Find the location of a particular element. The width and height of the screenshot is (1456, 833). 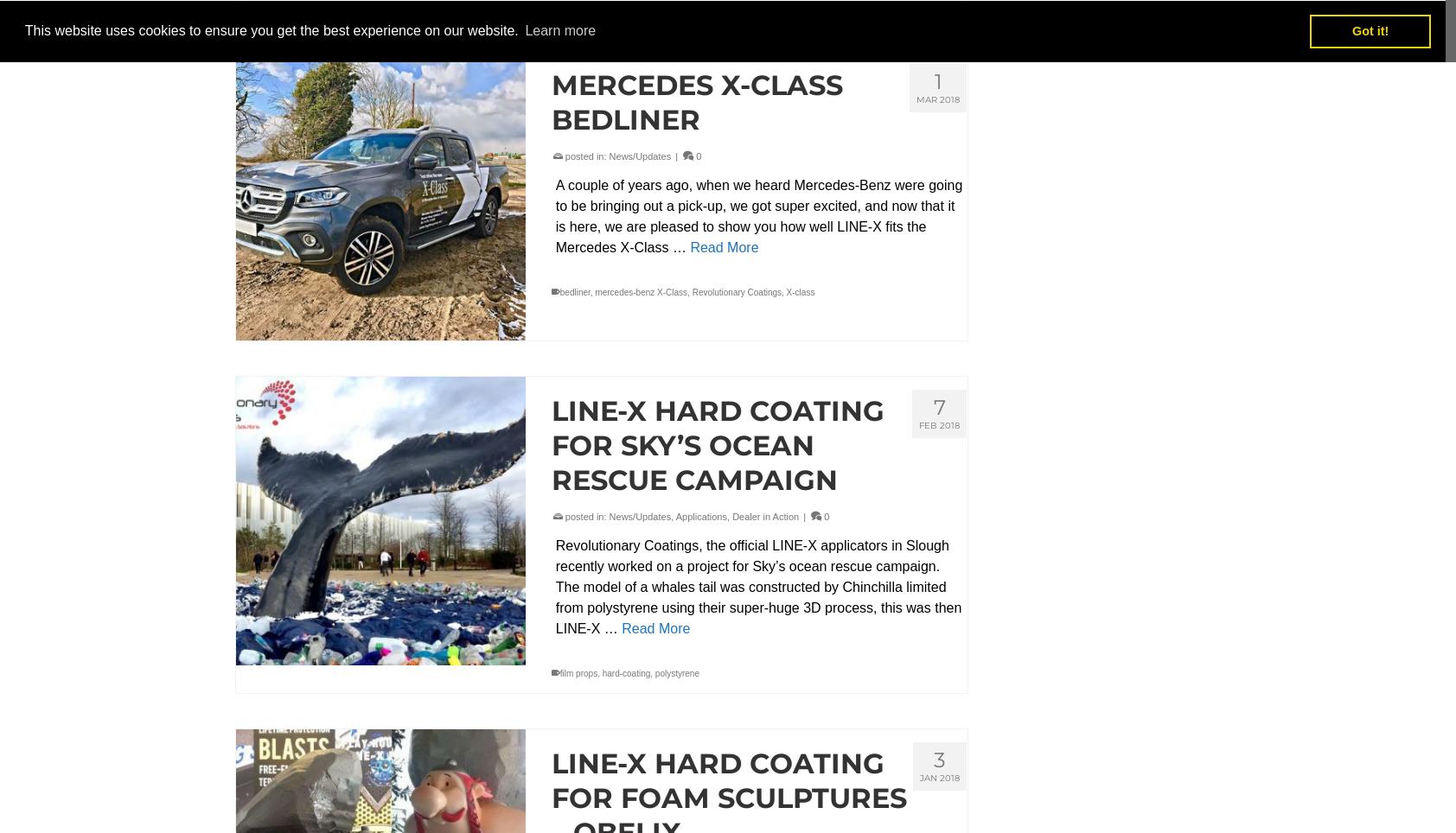

'Mar 2018' is located at coordinates (938, 98).